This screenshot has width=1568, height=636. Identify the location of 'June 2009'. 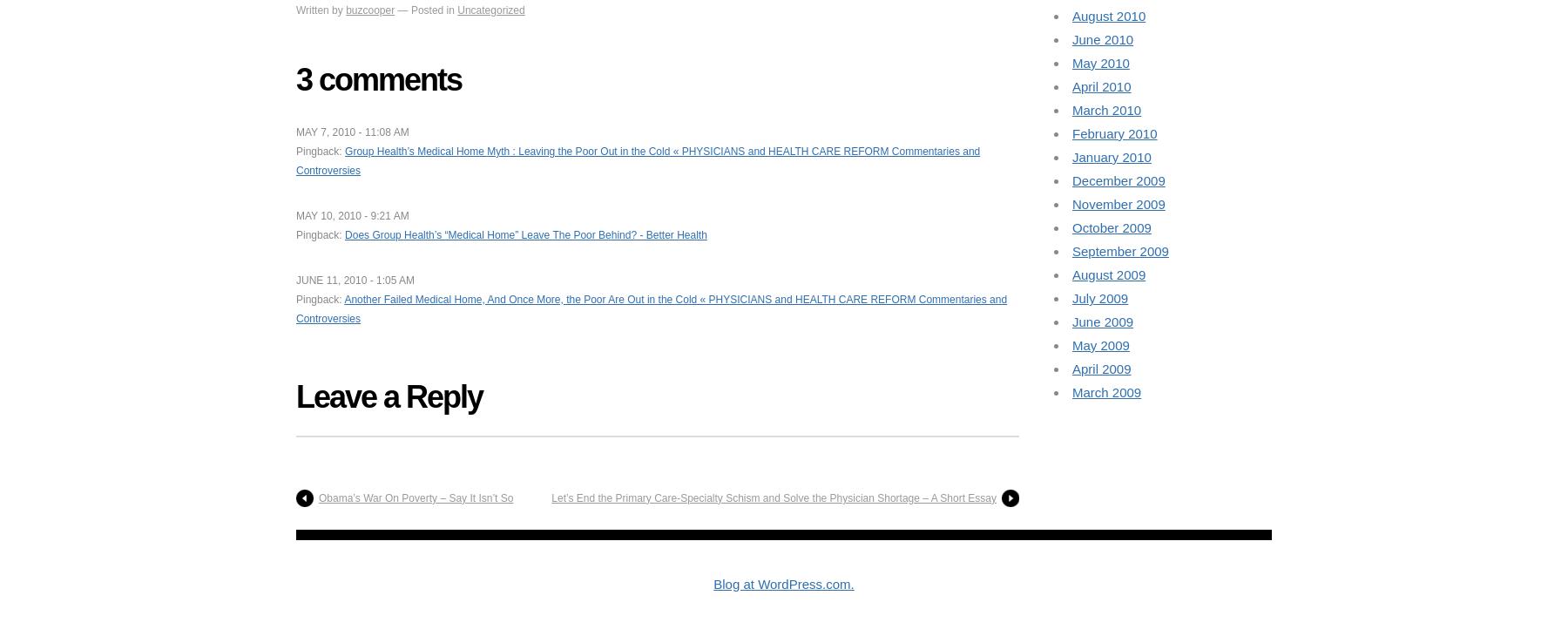
(1102, 321).